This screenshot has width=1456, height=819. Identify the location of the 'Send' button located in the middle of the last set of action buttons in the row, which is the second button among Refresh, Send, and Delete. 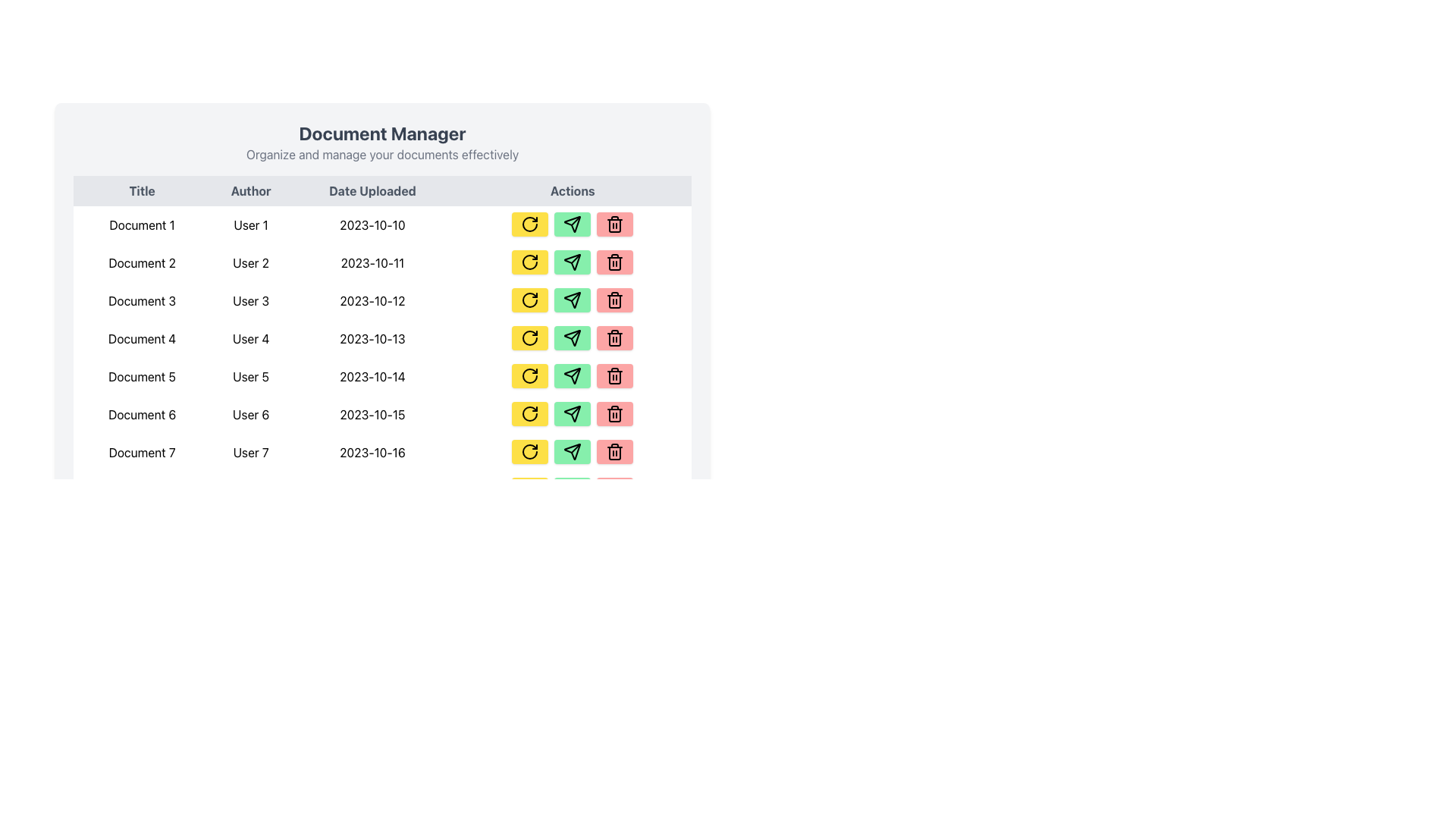
(572, 565).